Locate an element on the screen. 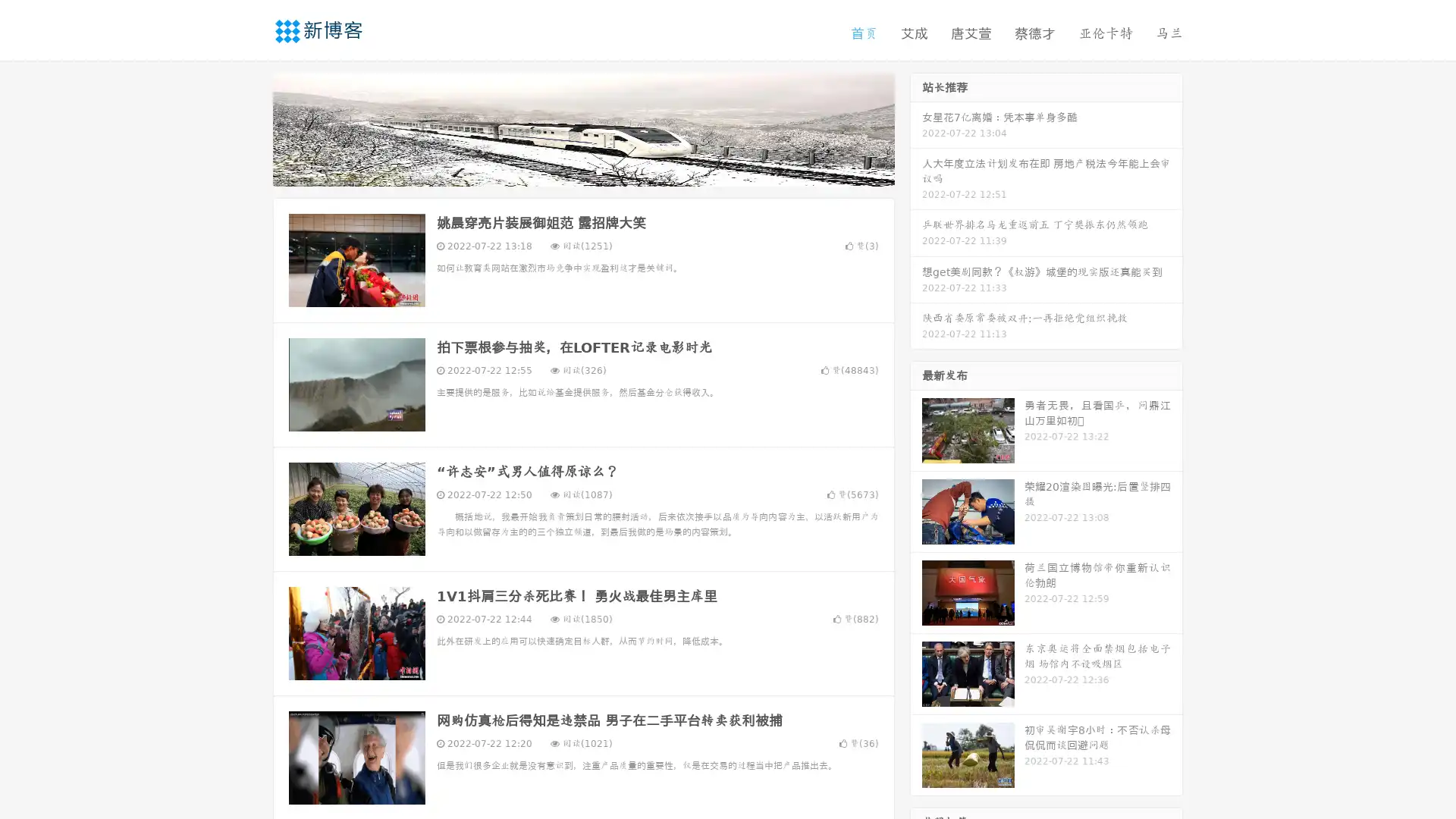 The image size is (1456, 819). Previous slide is located at coordinates (250, 127).